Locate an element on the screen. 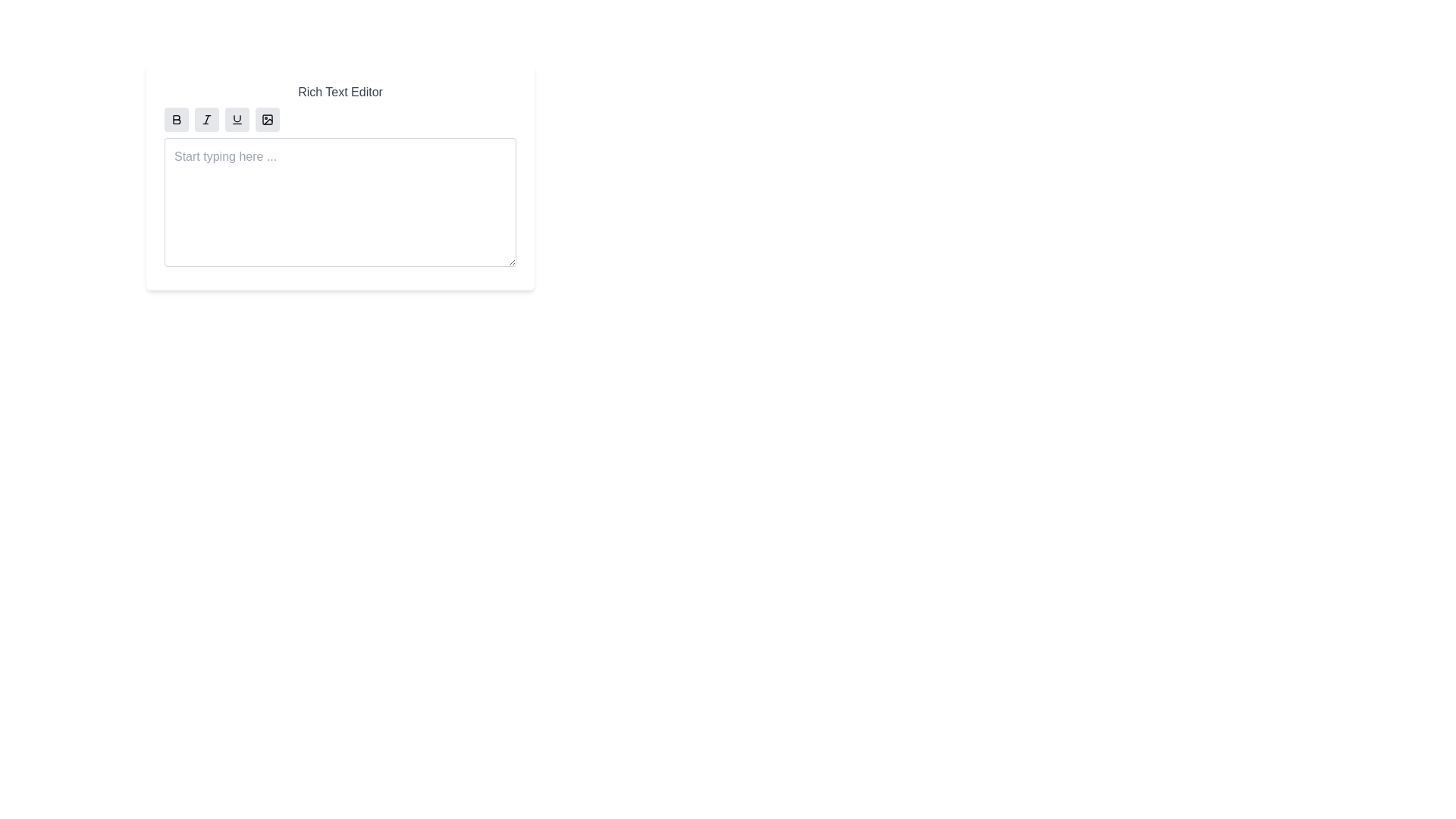  the third button in the horizontal toolbar of the Rich Text Editor is located at coordinates (236, 119).